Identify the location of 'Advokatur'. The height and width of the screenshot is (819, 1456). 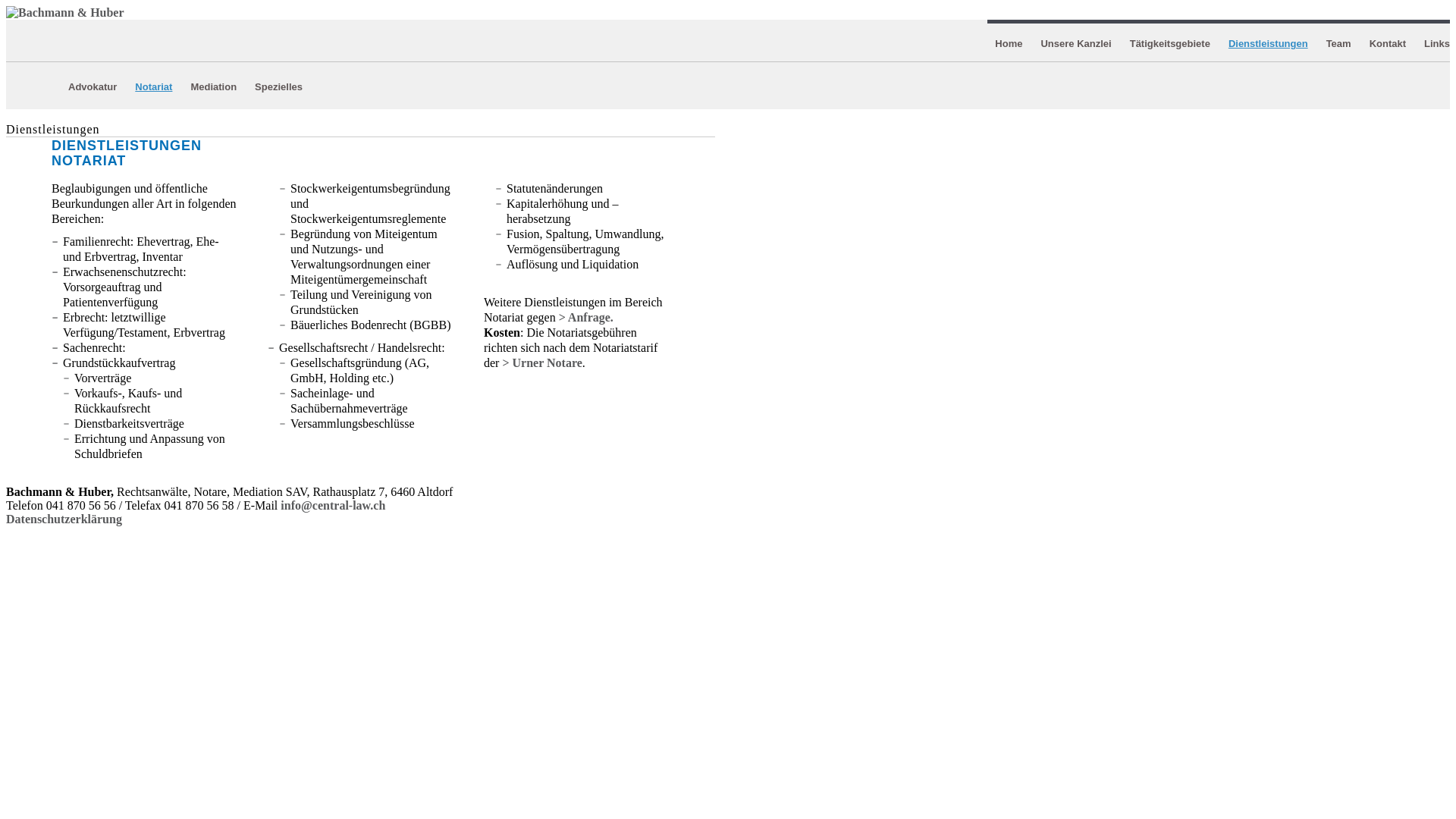
(91, 86).